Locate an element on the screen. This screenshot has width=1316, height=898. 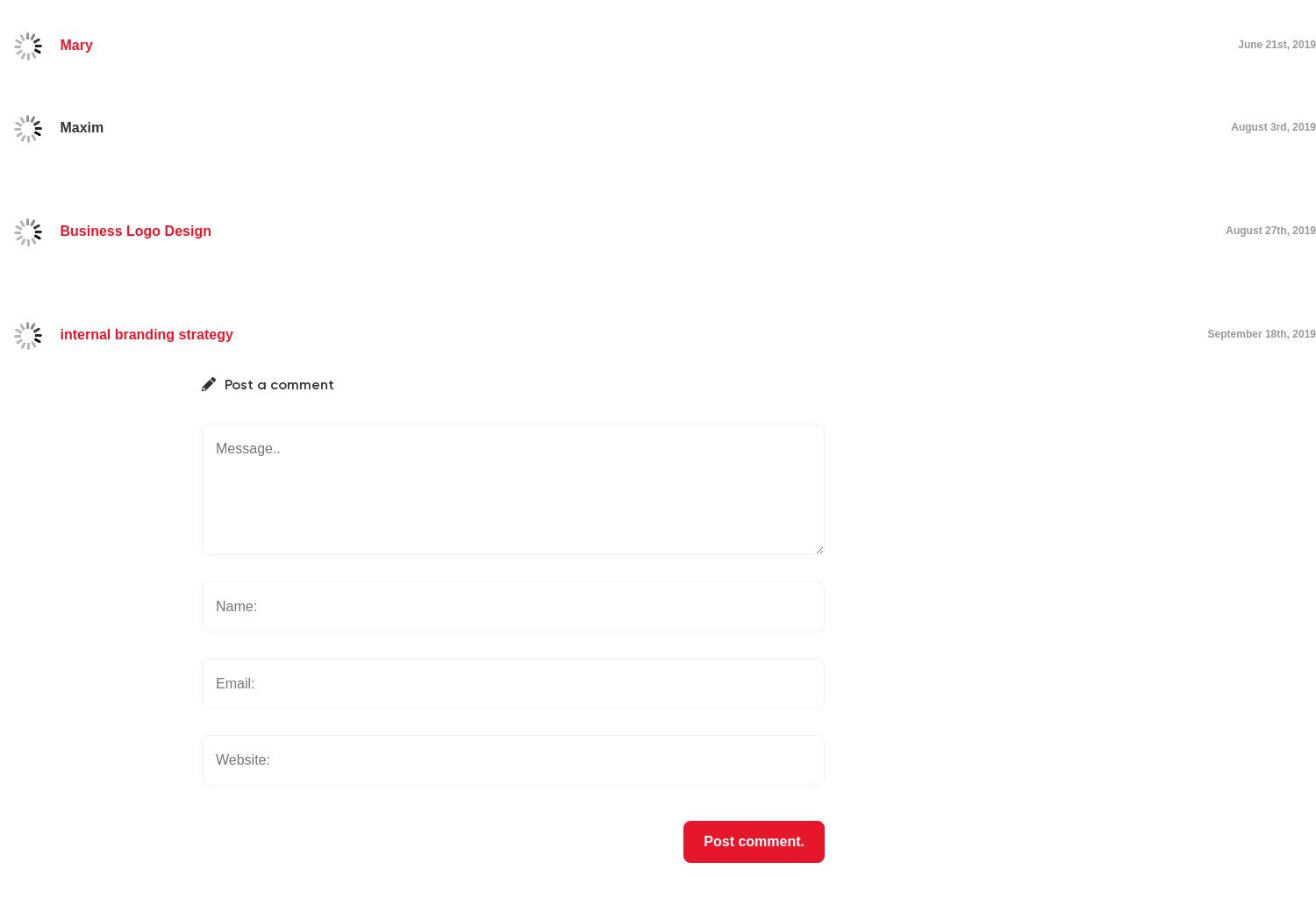
'Mary' is located at coordinates (75, 44).